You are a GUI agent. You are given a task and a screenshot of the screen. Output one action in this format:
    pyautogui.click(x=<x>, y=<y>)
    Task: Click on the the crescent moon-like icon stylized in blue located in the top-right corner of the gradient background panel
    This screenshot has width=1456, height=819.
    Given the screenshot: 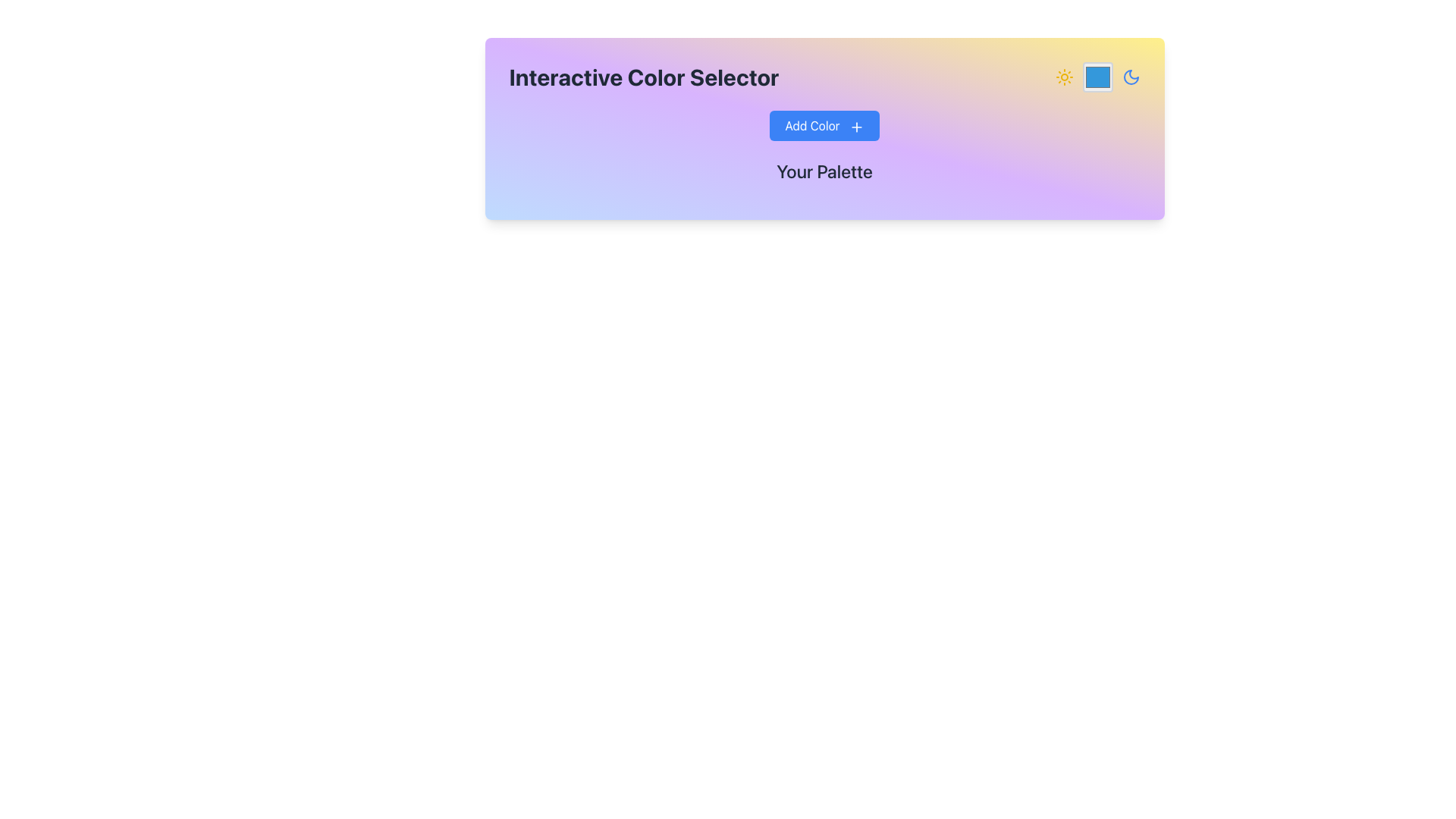 What is the action you would take?
    pyautogui.click(x=1131, y=77)
    